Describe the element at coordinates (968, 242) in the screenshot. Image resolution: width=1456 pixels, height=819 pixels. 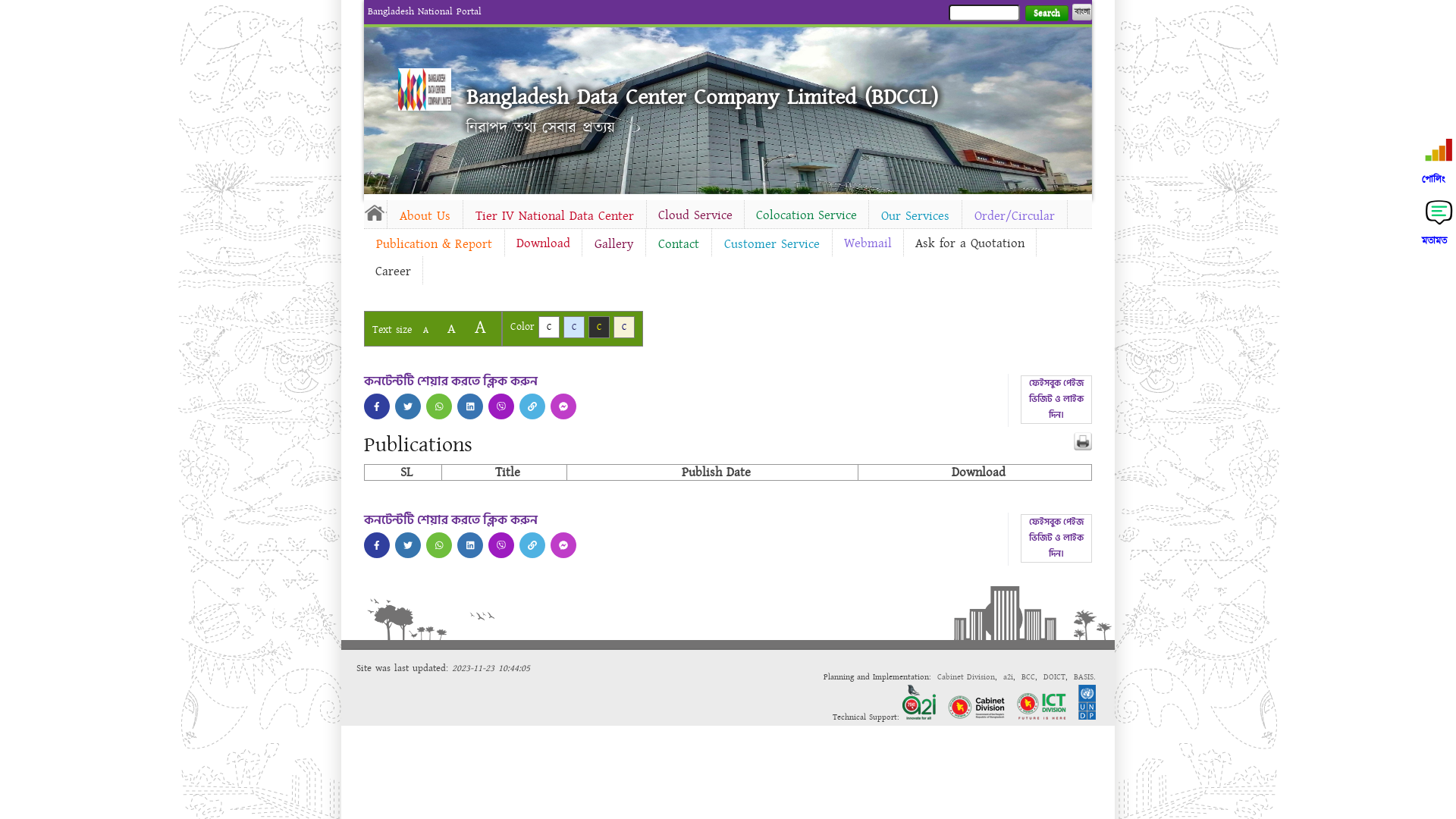
I see `'Ask for a Quotation'` at that location.